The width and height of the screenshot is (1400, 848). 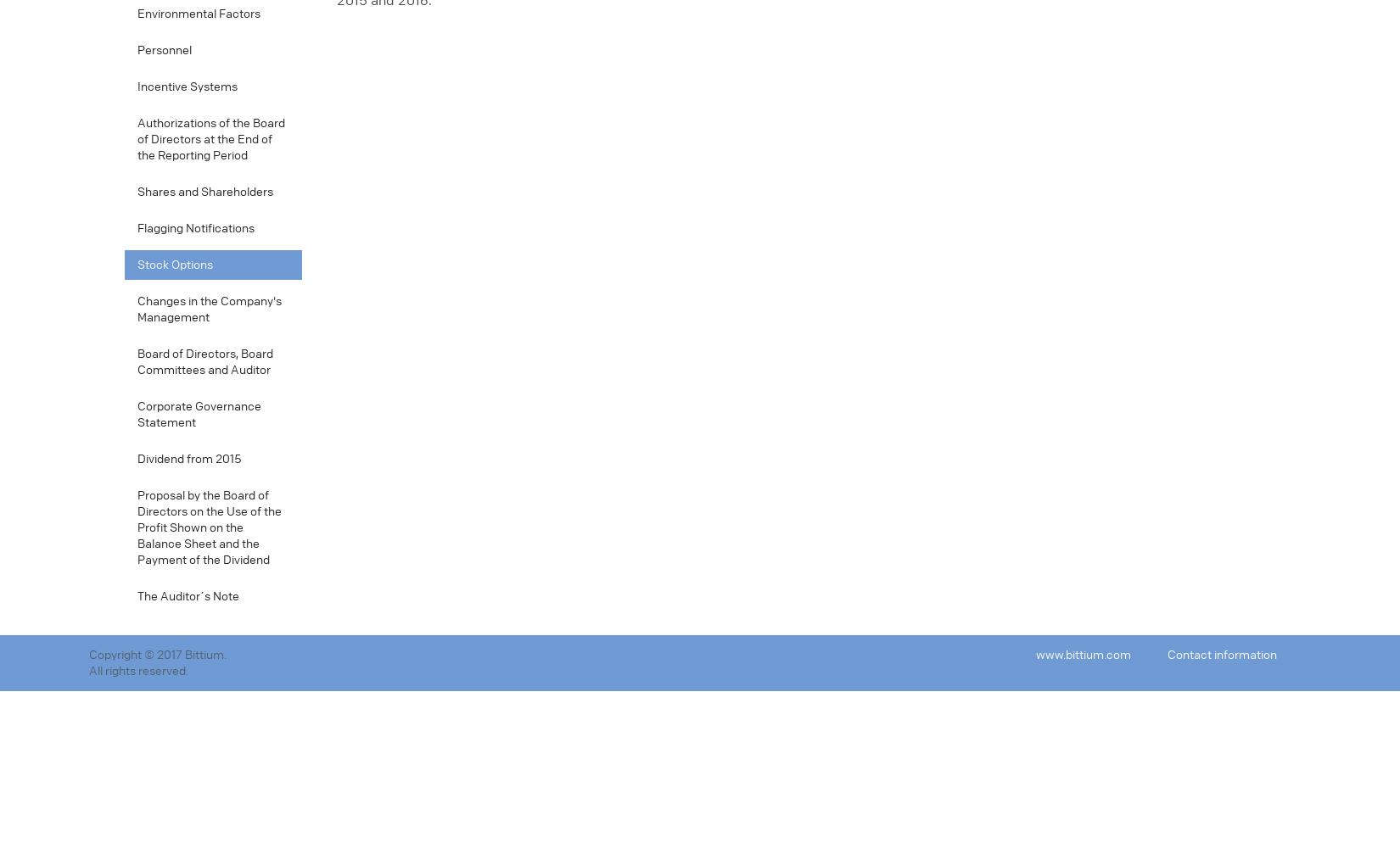 I want to click on 'Contact information', so click(x=1221, y=655).